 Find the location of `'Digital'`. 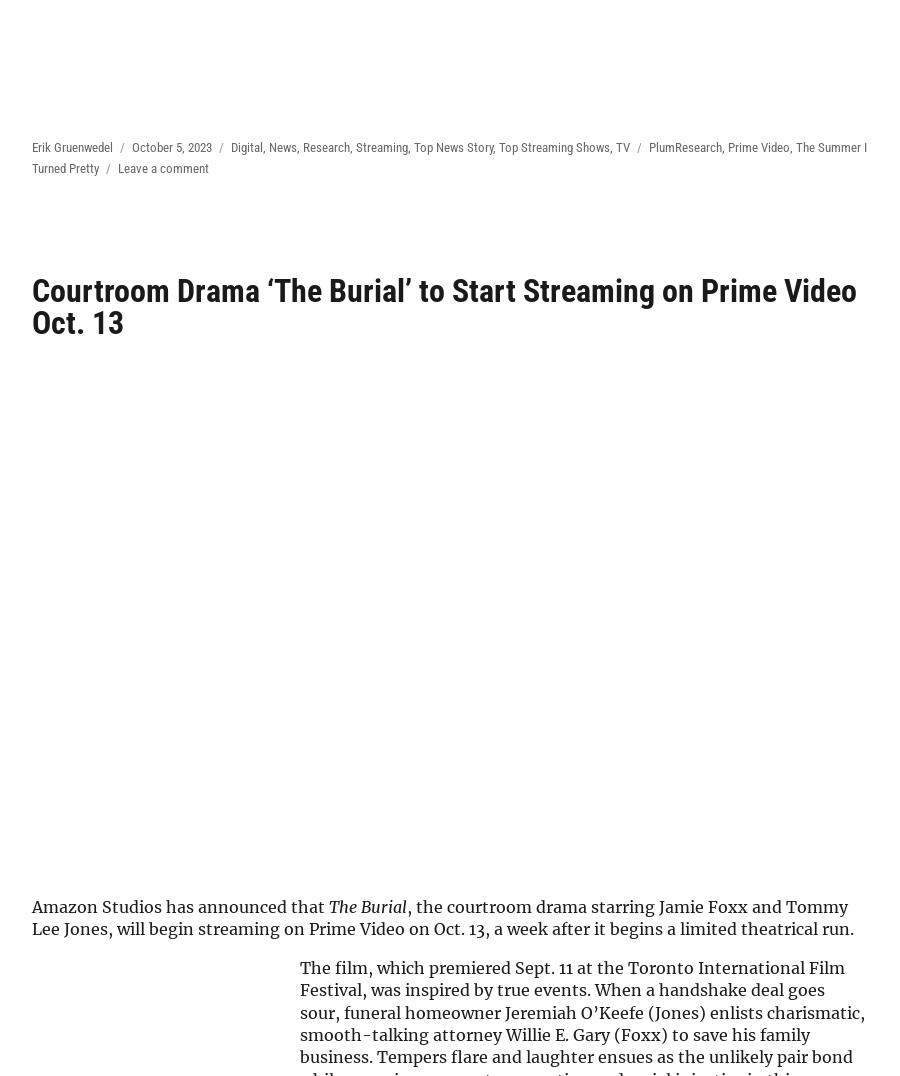

'Digital' is located at coordinates (245, 146).